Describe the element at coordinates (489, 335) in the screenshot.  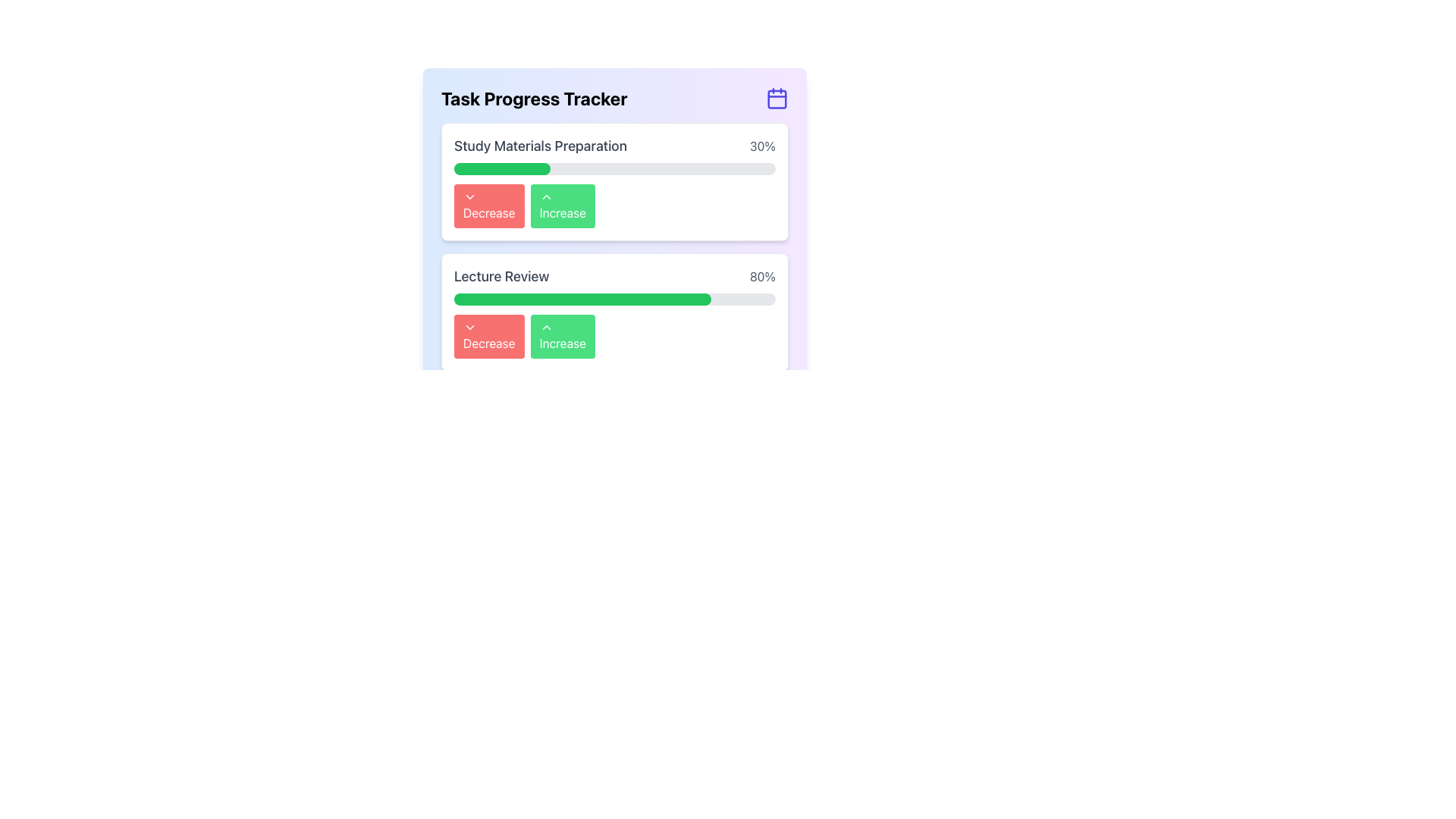
I see `the decrement button located in the control section for the 'Lecture Review' task to enable keyboard navigation` at that location.